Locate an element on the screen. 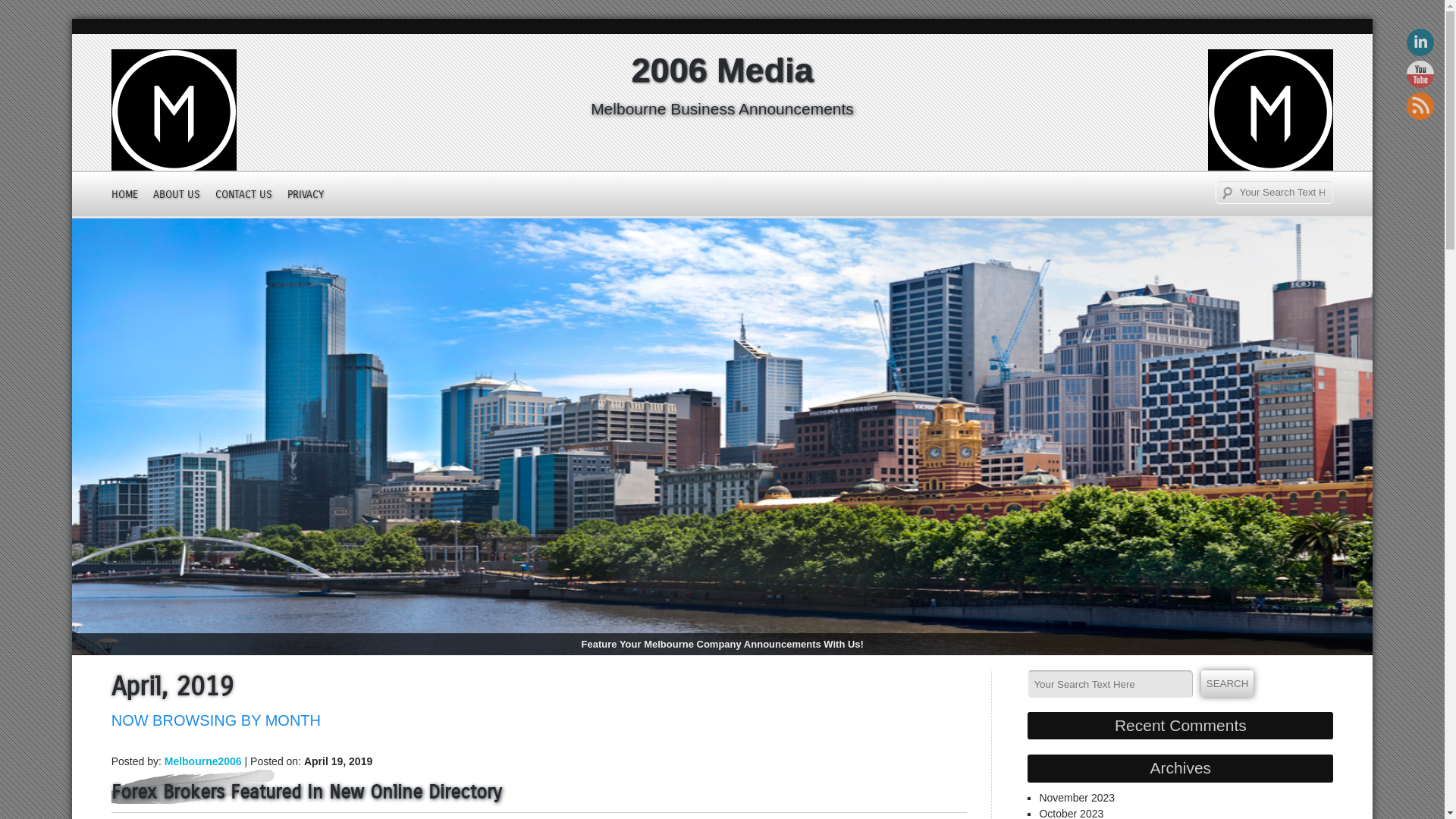 This screenshot has width=1456, height=819. 'November 2023' is located at coordinates (1076, 797).